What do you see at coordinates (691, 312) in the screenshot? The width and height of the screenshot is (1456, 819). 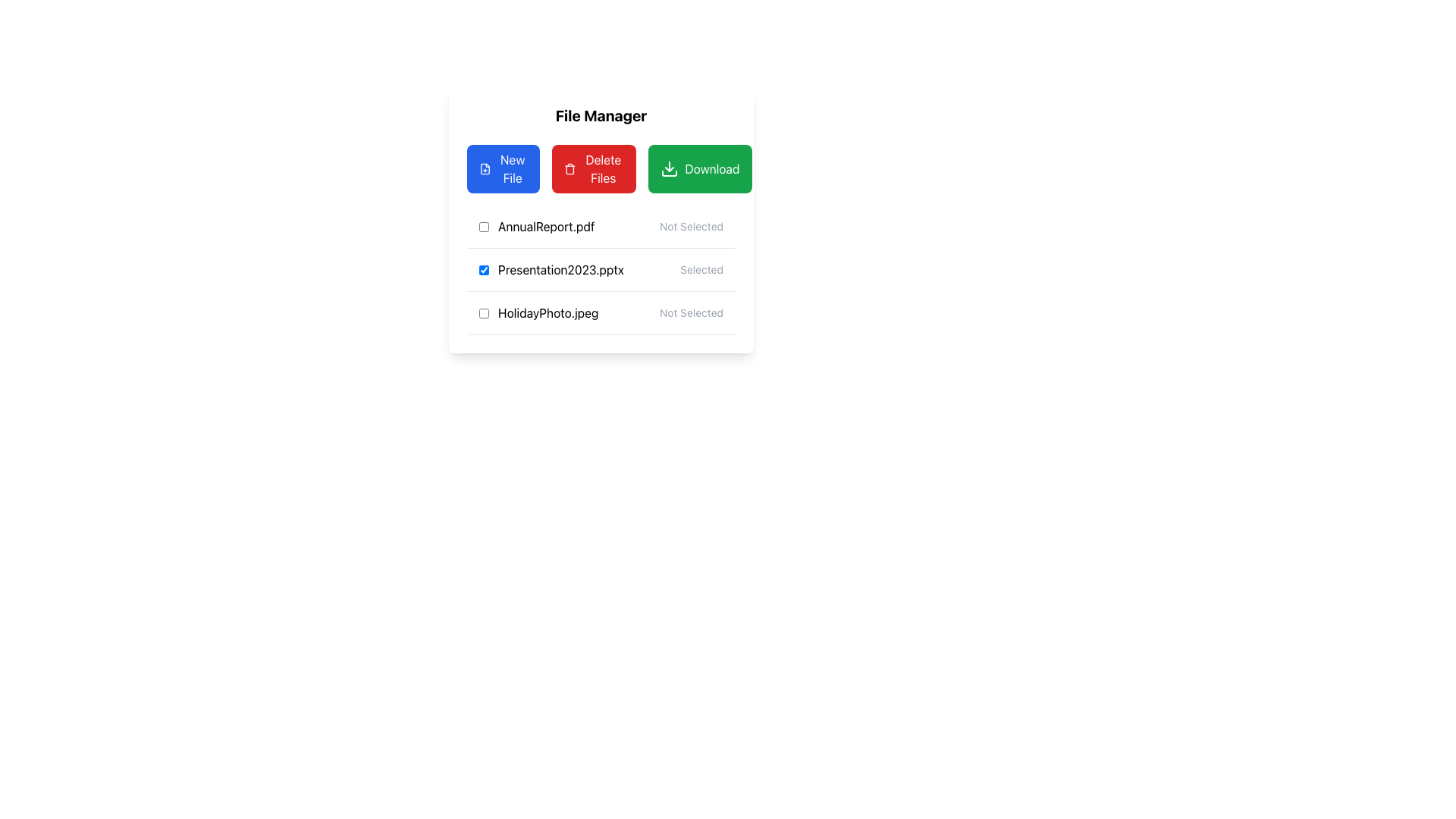 I see `the Label or Static Text that displays the selection status of 'HolidayPhoto.jpeg' file, located on the right side of its row in the file manager interface` at bounding box center [691, 312].